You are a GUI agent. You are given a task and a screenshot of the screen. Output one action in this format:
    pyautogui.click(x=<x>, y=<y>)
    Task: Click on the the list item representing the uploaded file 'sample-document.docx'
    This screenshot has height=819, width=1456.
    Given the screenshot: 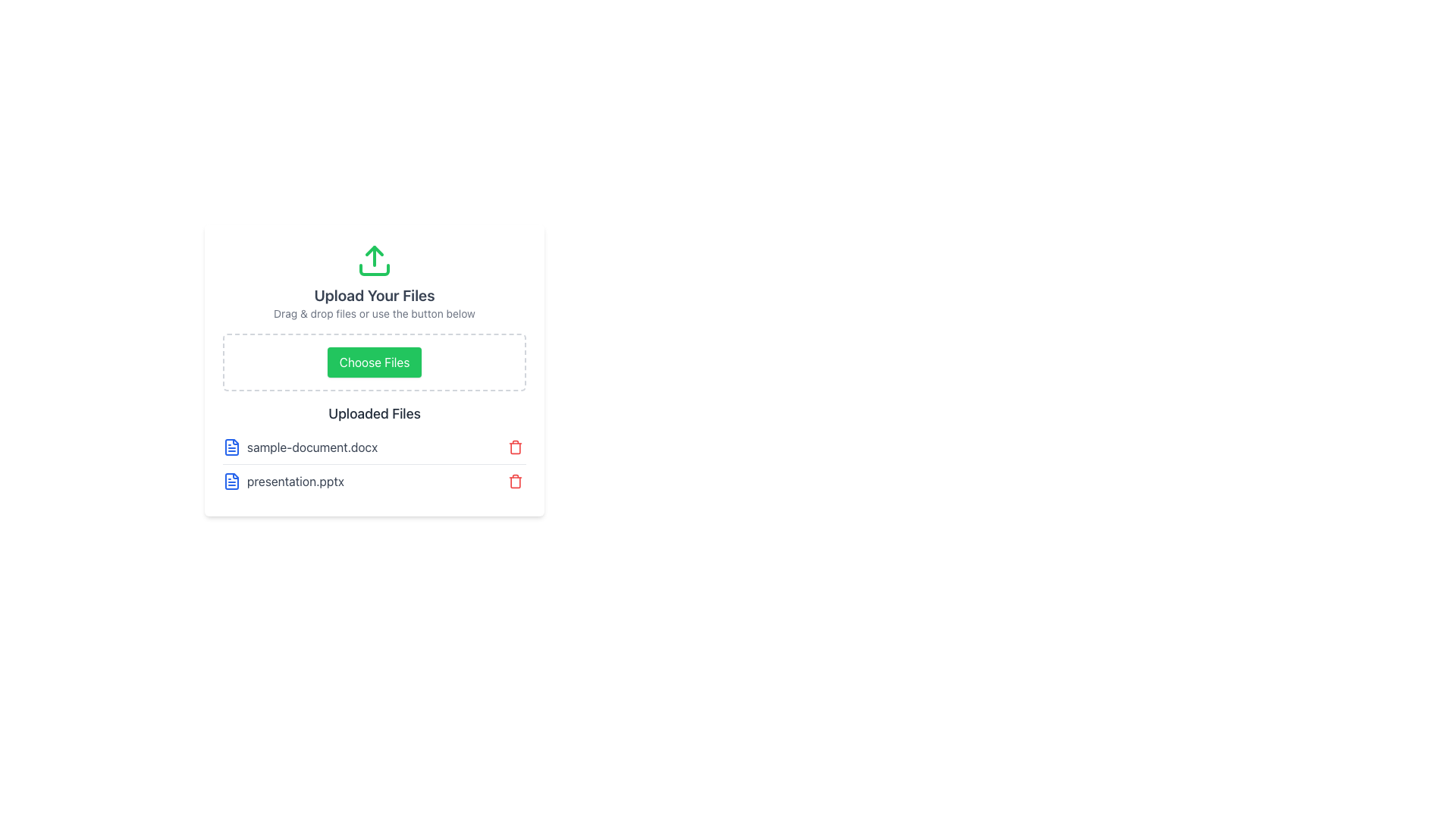 What is the action you would take?
    pyautogui.click(x=375, y=447)
    